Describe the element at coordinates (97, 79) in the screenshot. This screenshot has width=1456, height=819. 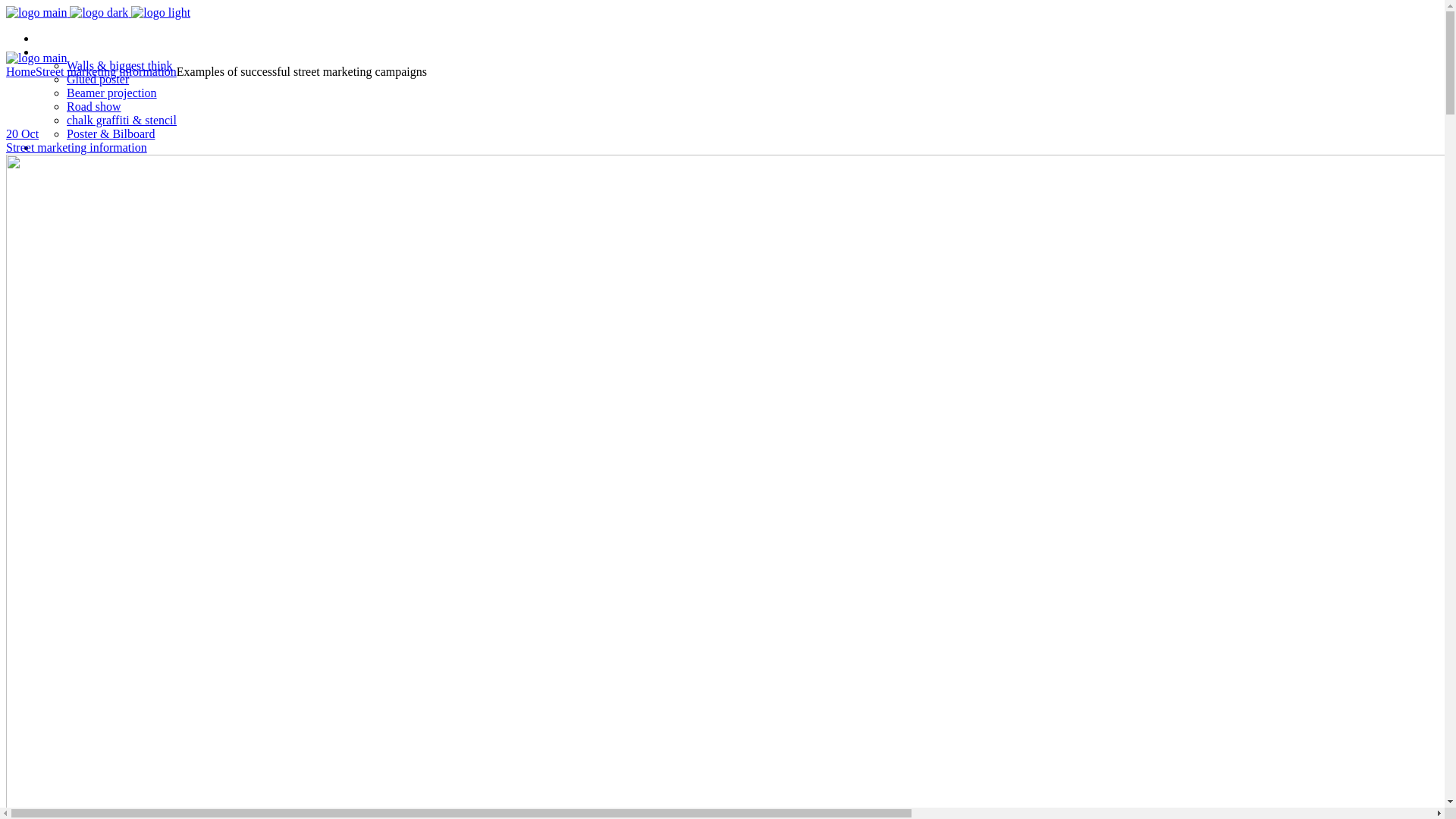
I see `'Glued poster'` at that location.